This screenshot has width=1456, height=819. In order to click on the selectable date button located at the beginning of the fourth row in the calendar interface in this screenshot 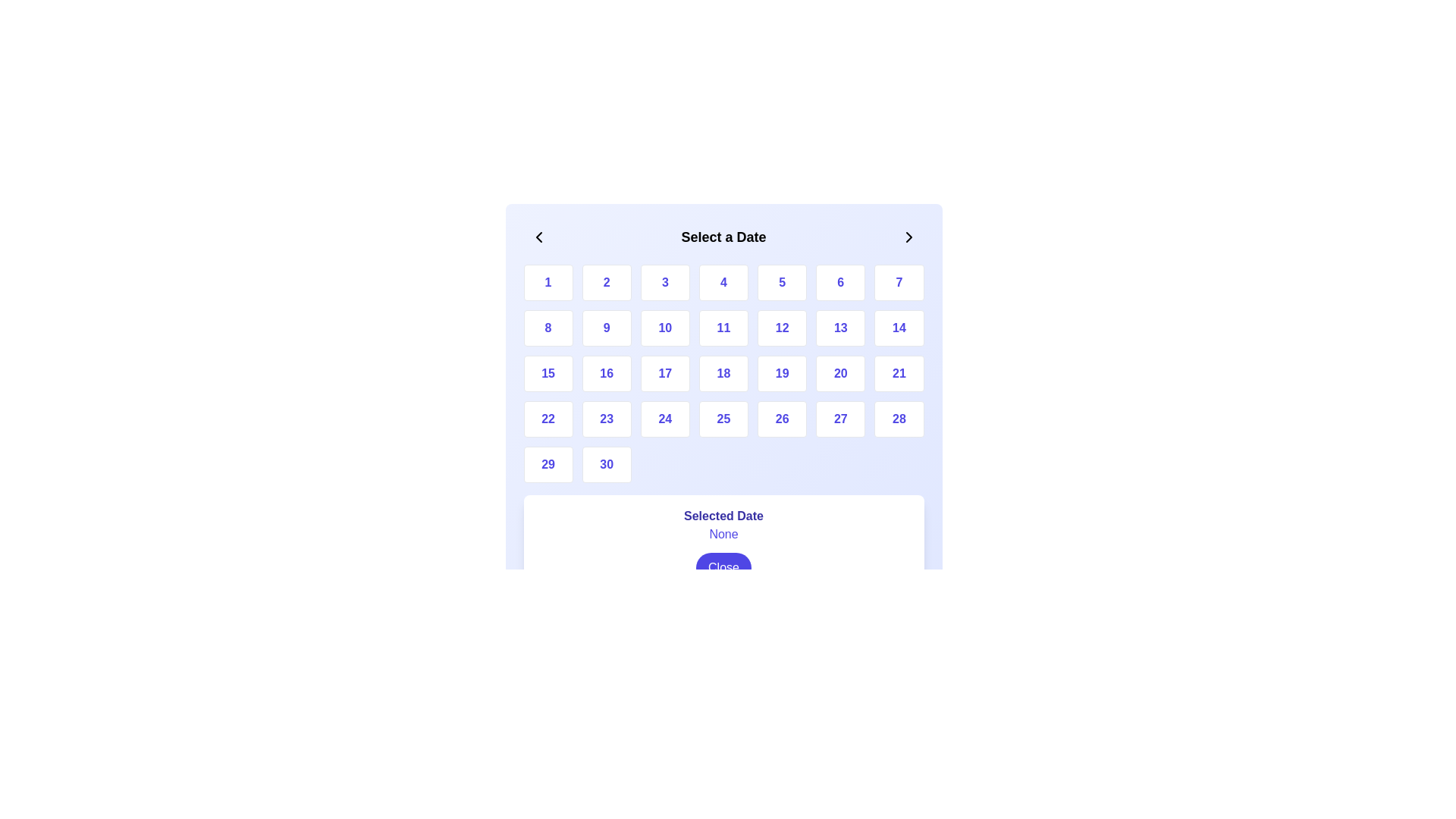, I will do `click(548, 419)`.